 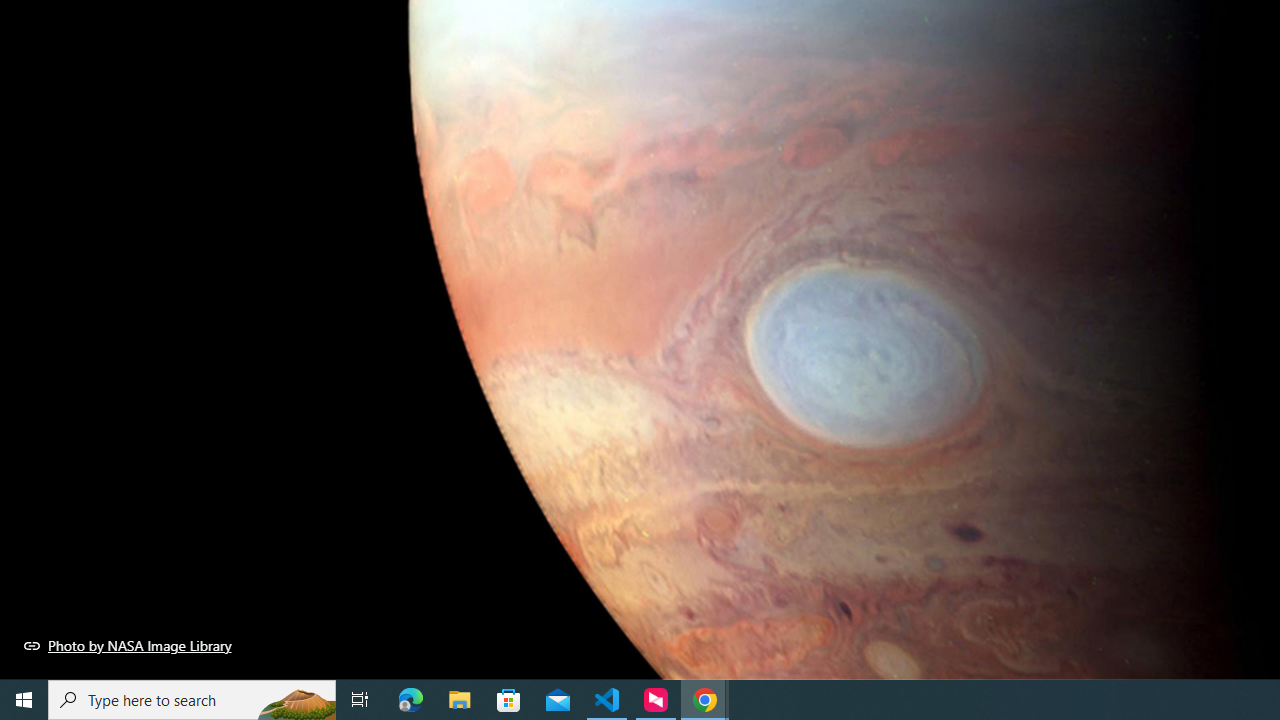 I want to click on 'Photo by NASA Image Library', so click(x=127, y=645).